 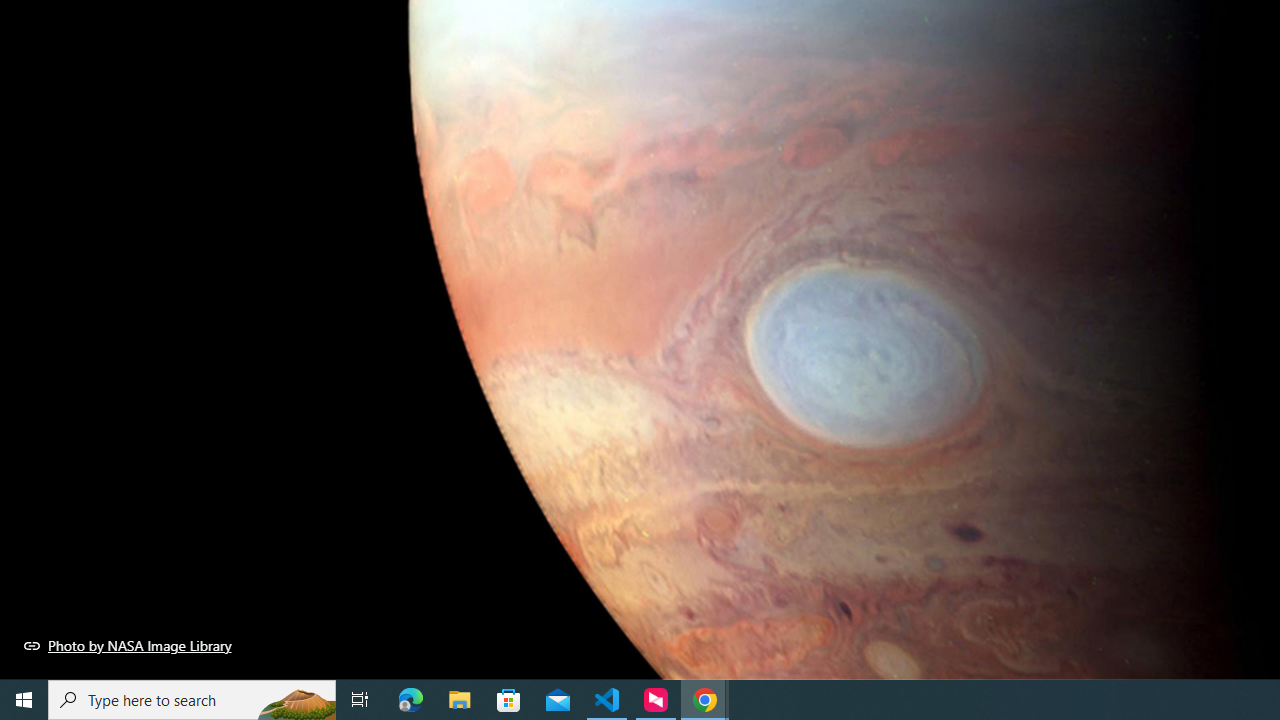 I want to click on 'Photo by NASA Image Library', so click(x=127, y=645).